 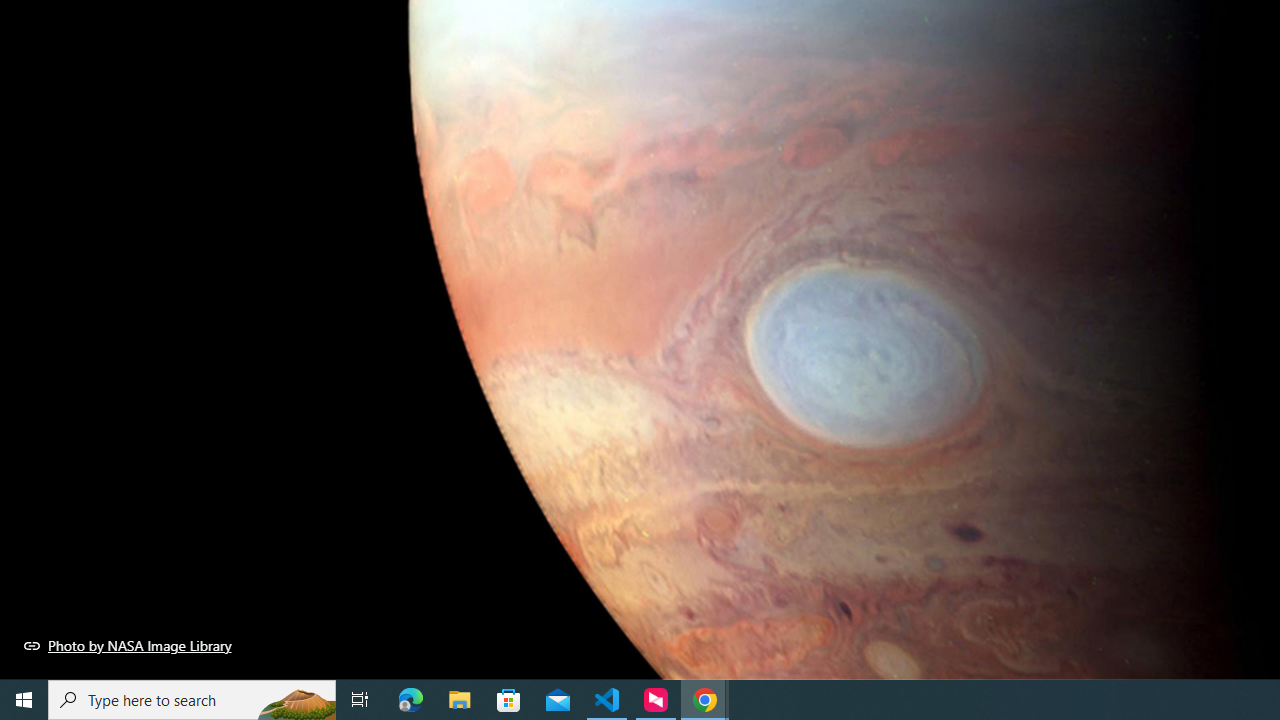 I want to click on 'Photo by NASA Image Library', so click(x=127, y=645).